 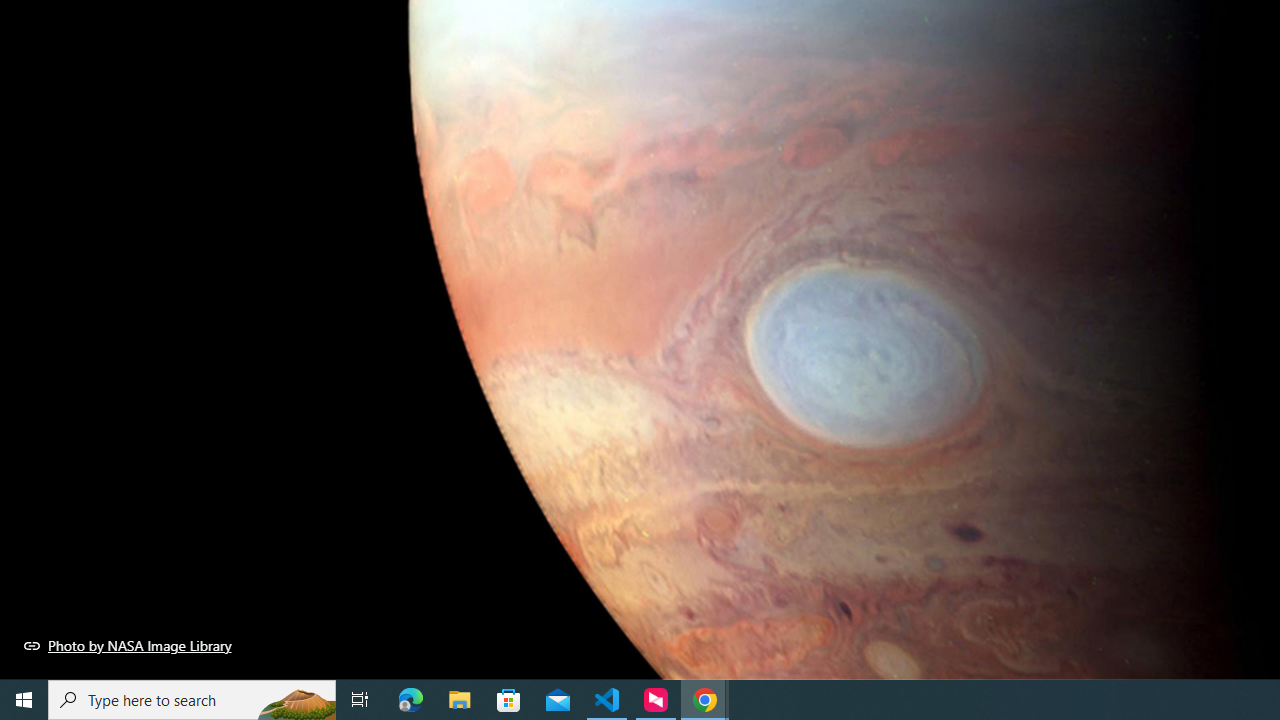 I want to click on 'Photo by NASA Image Library', so click(x=127, y=645).